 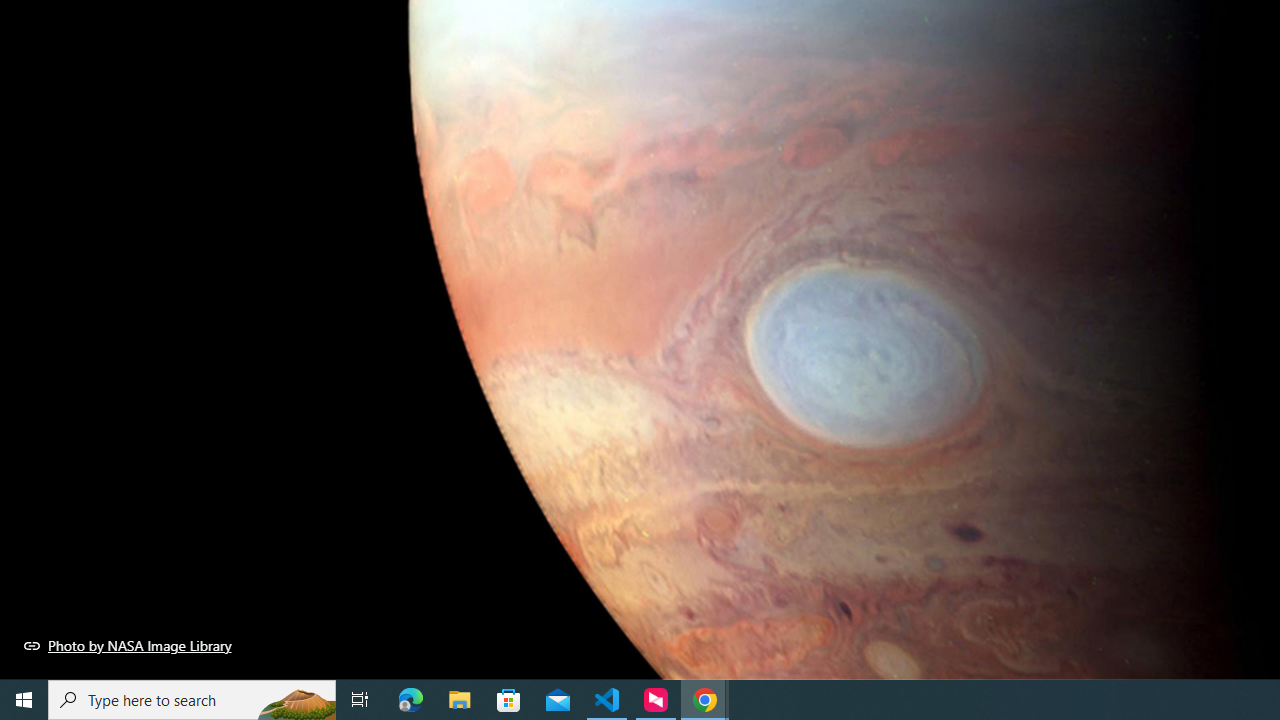 I want to click on 'Photo by NASA Image Library', so click(x=127, y=645).